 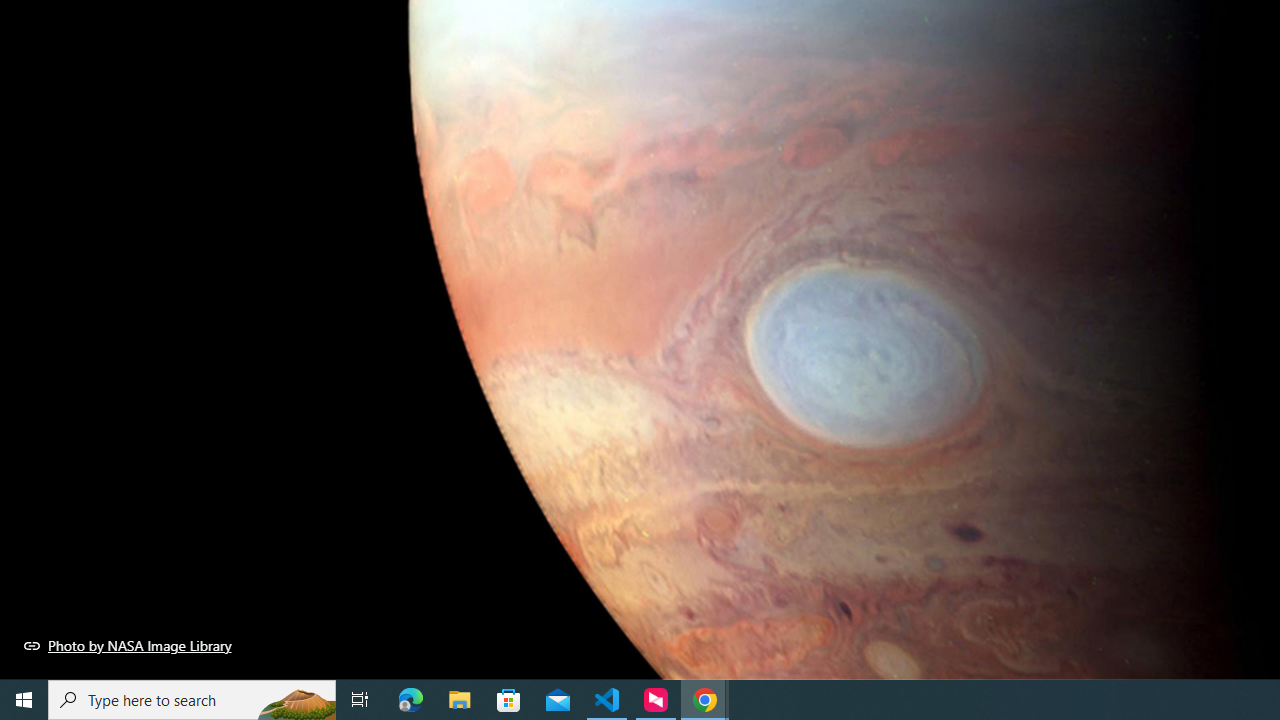 I want to click on 'Photo by NASA Image Library', so click(x=127, y=645).